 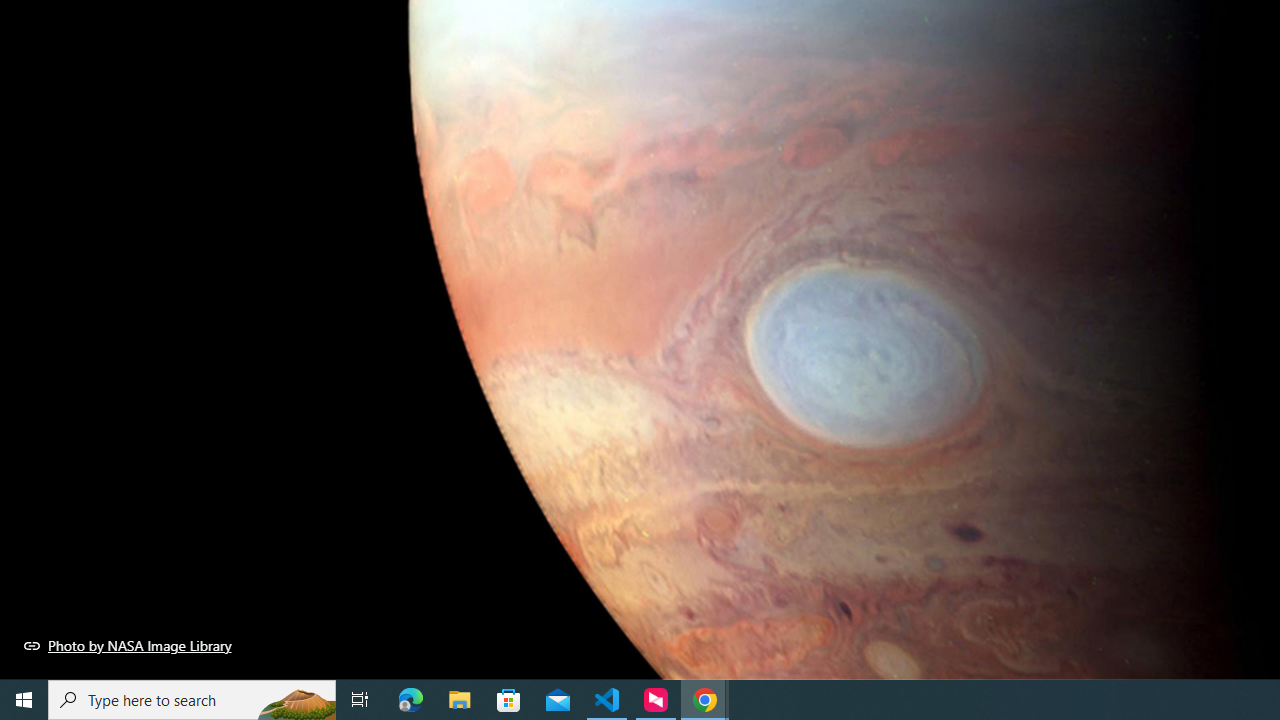 I want to click on 'Photo by NASA Image Library', so click(x=127, y=645).